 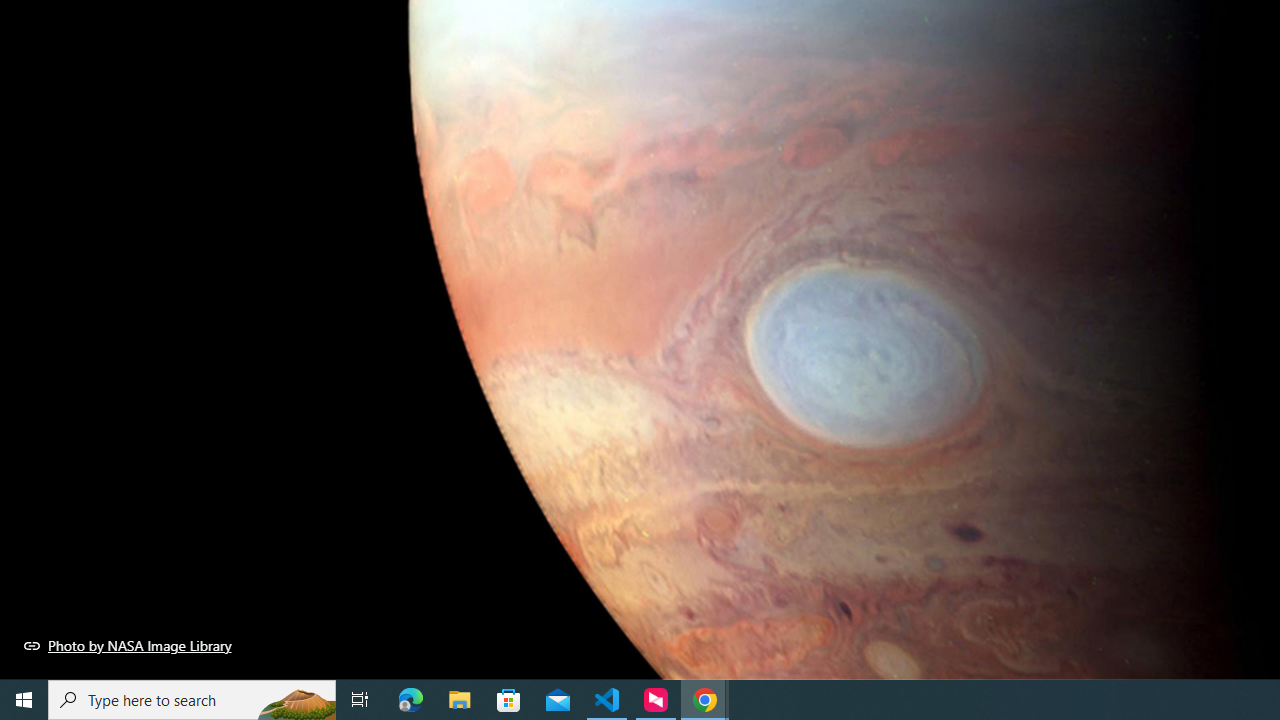 I want to click on 'Photo by NASA Image Library', so click(x=127, y=645).